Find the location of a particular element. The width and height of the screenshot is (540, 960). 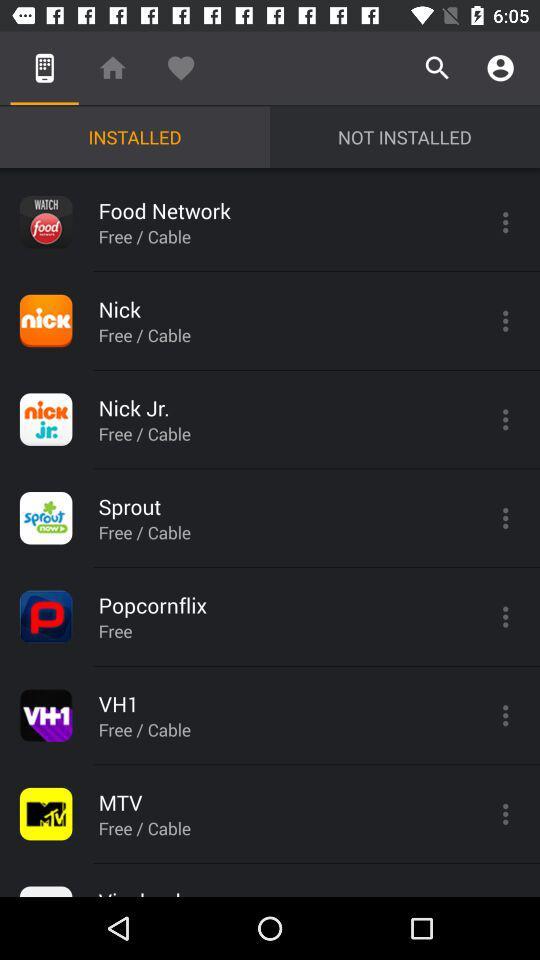

not installed is located at coordinates (405, 136).